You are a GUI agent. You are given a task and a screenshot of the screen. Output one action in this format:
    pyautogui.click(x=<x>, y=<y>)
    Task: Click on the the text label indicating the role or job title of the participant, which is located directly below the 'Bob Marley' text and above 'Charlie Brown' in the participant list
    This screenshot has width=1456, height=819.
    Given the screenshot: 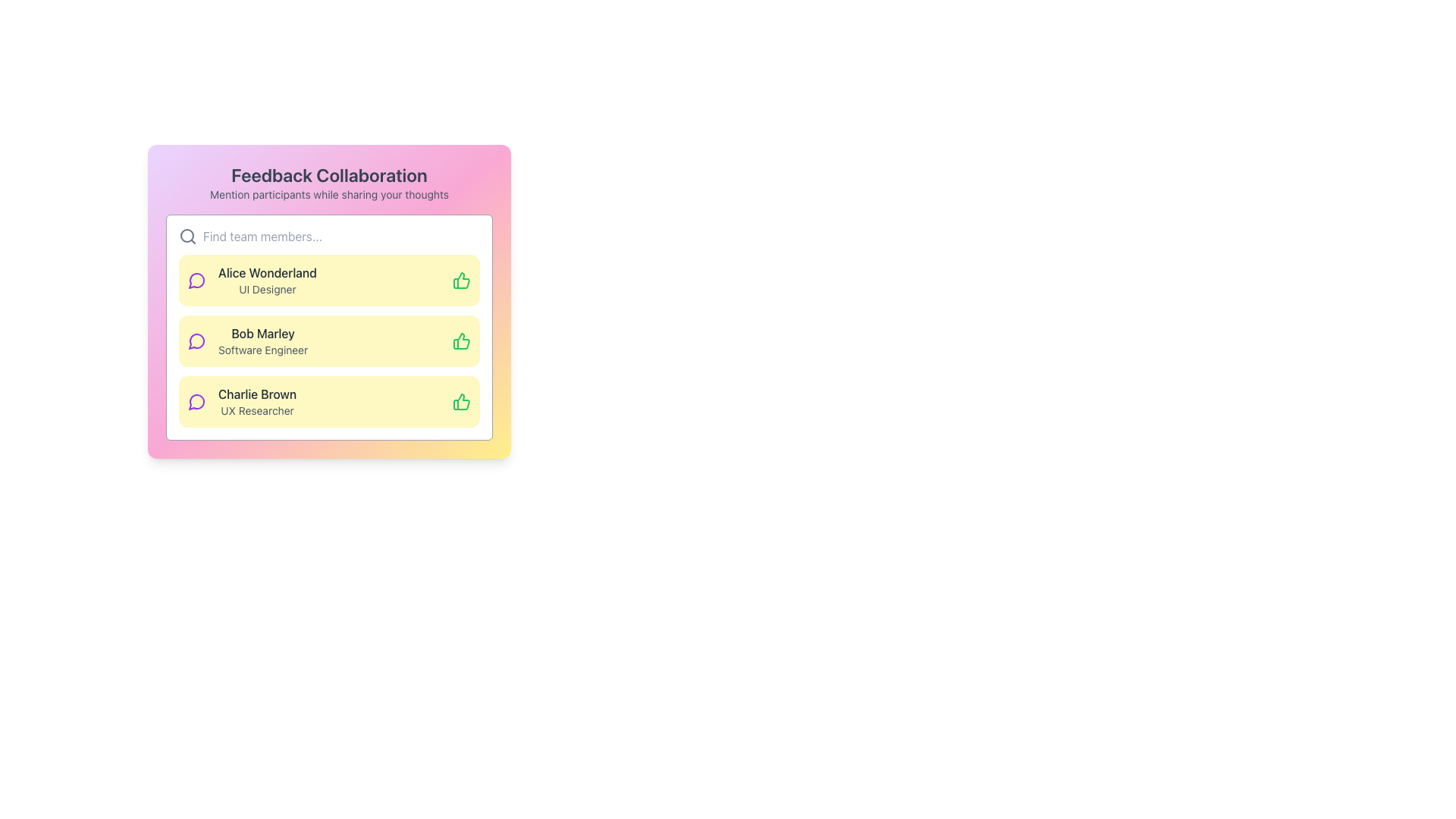 What is the action you would take?
    pyautogui.click(x=263, y=350)
    